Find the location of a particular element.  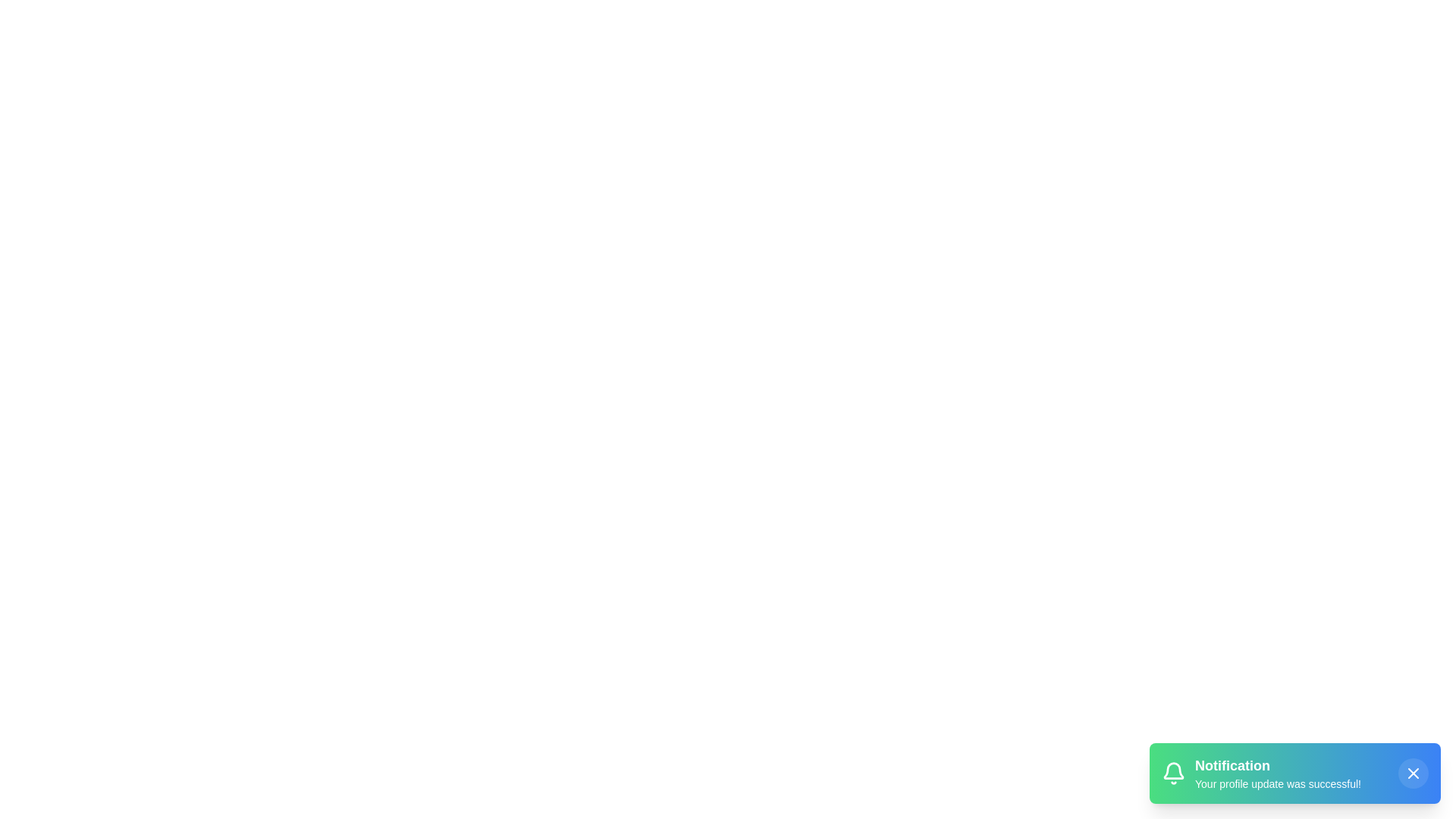

the close button to dismiss the notification is located at coordinates (1412, 773).